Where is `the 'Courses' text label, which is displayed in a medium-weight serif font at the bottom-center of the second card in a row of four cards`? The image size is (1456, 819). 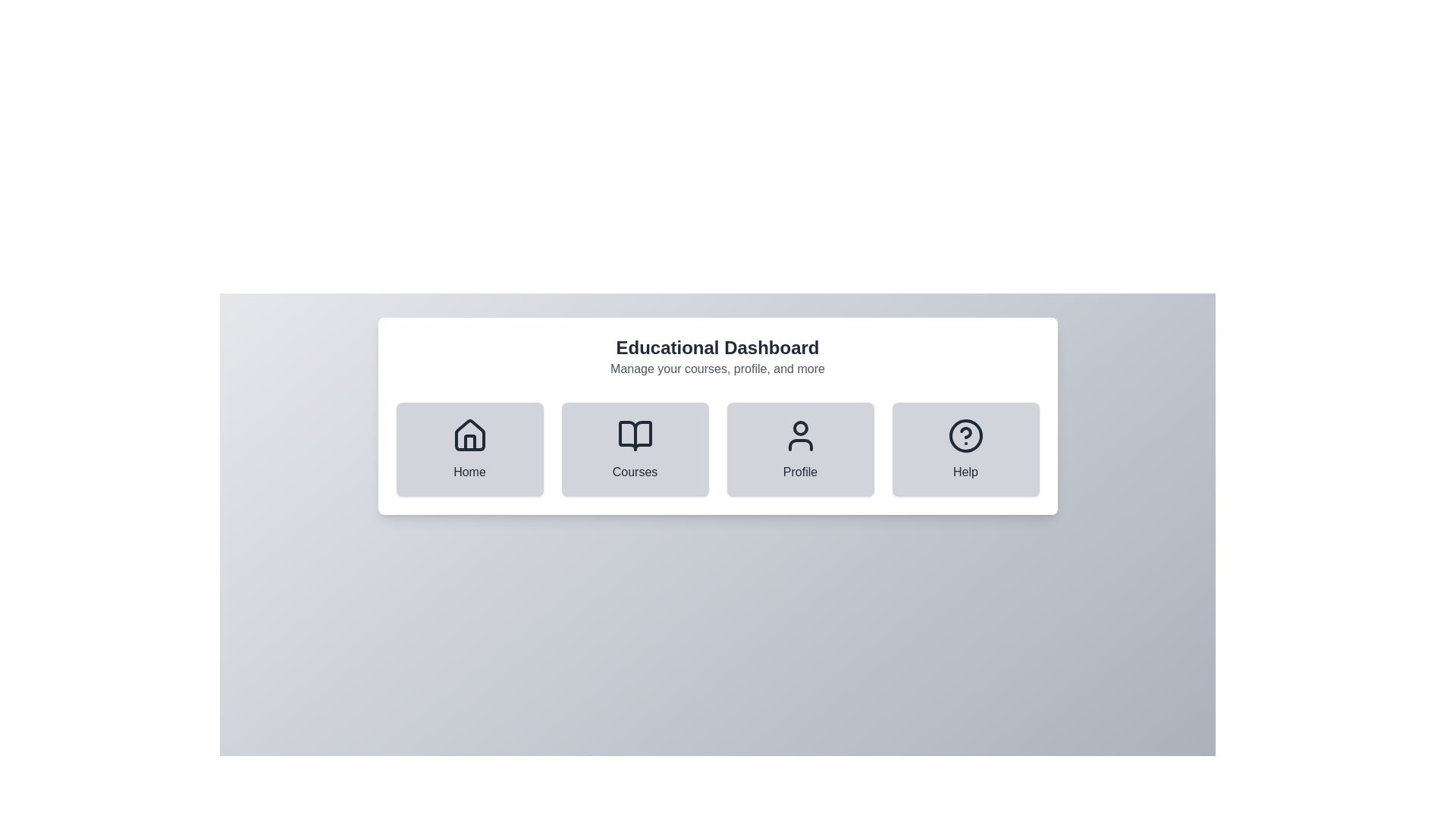 the 'Courses' text label, which is displayed in a medium-weight serif font at the bottom-center of the second card in a row of four cards is located at coordinates (635, 472).